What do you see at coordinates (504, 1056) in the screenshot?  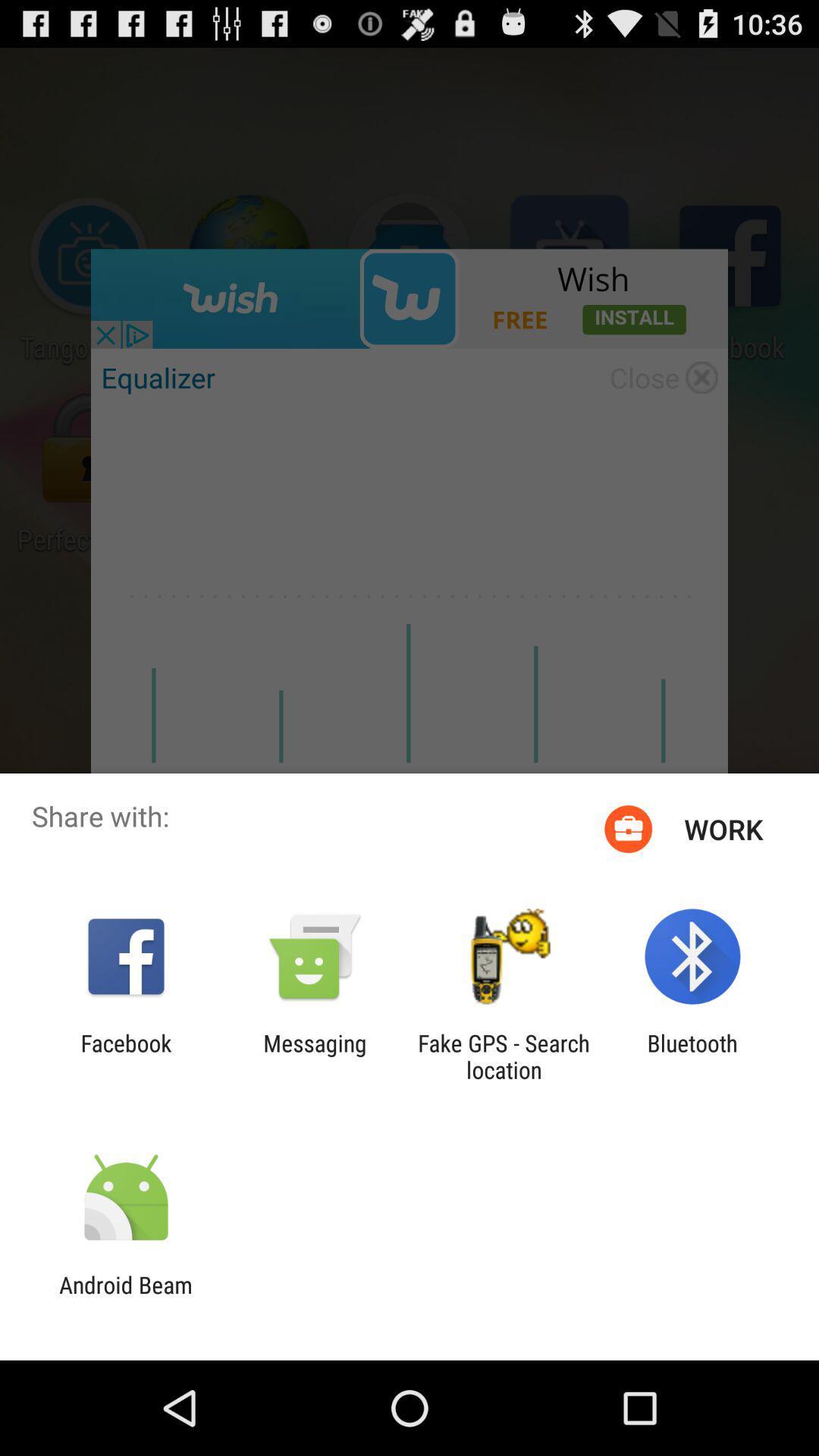 I see `fake gps search` at bounding box center [504, 1056].